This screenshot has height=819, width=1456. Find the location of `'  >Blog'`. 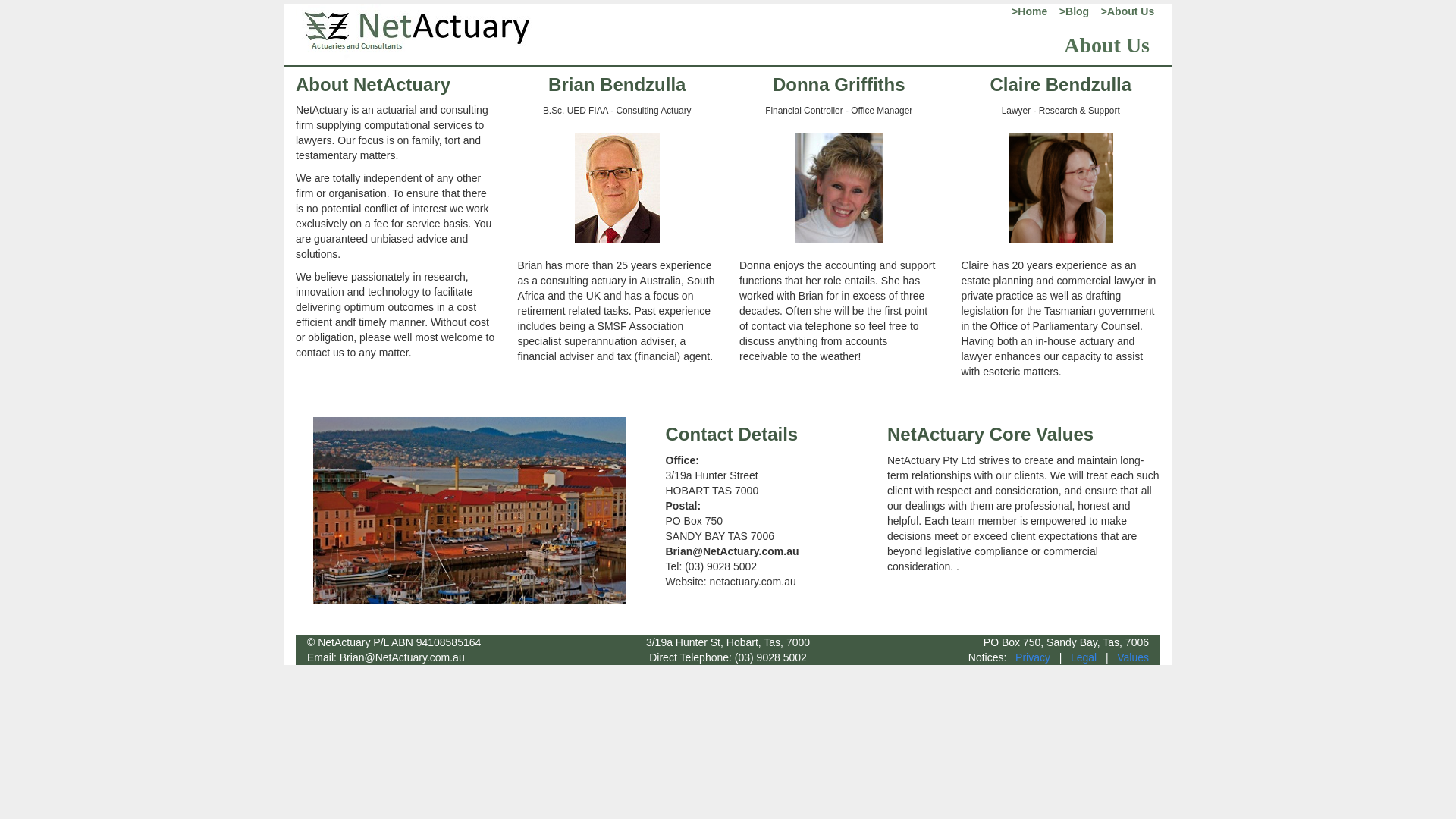

'  >Blog' is located at coordinates (1068, 11).